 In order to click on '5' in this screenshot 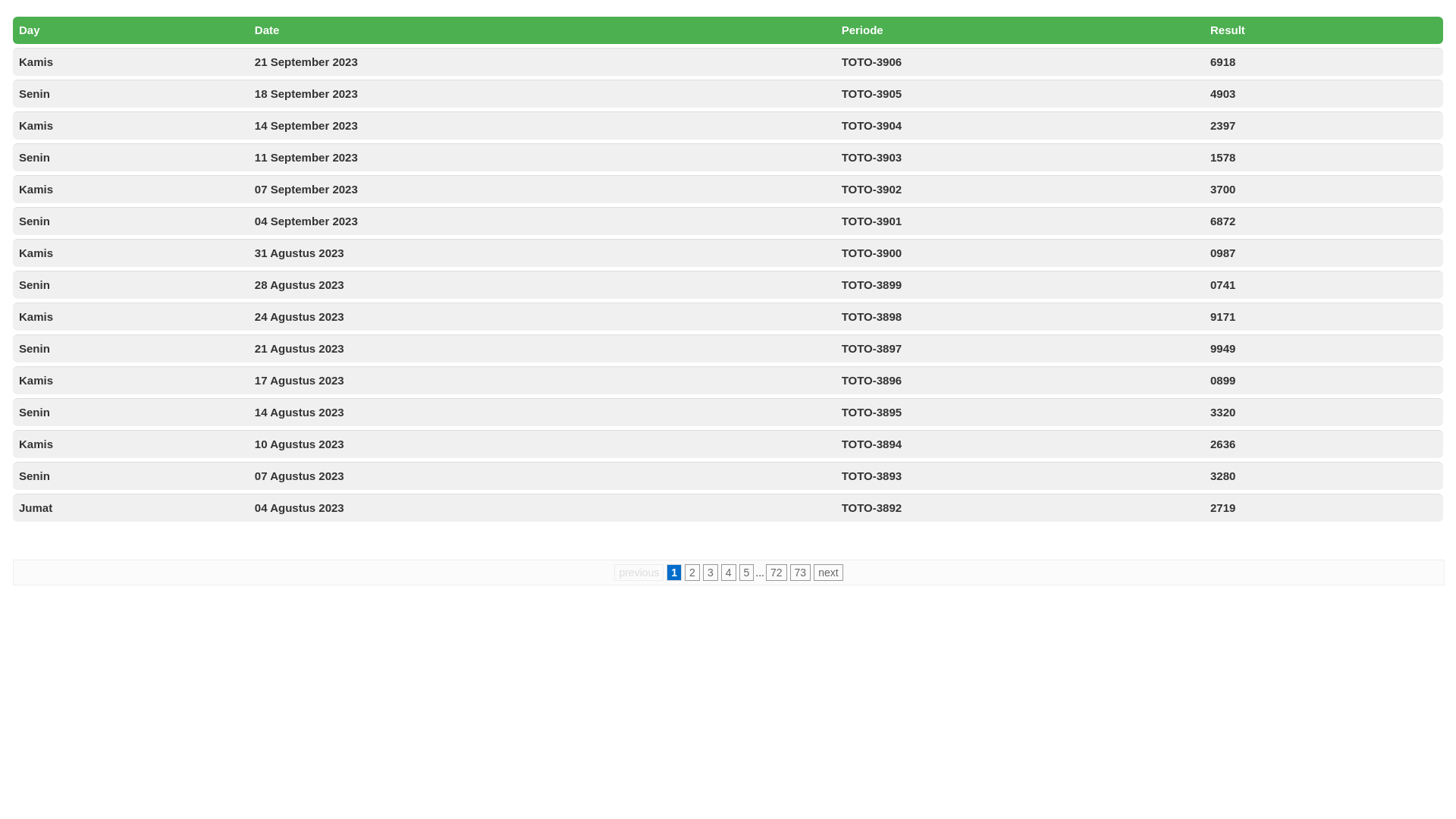, I will do `click(745, 573)`.